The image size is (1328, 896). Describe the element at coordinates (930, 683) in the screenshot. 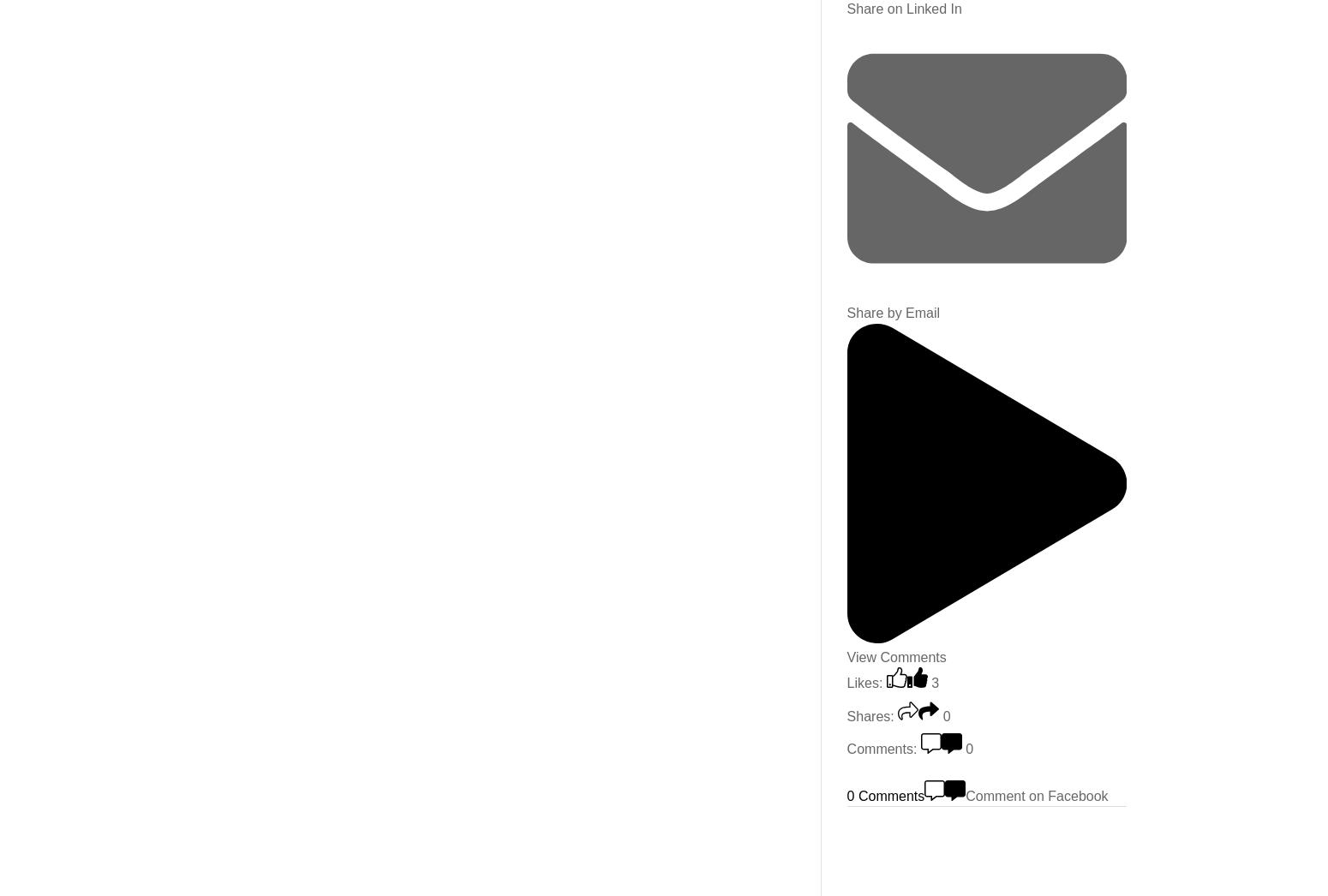

I see `'3'` at that location.